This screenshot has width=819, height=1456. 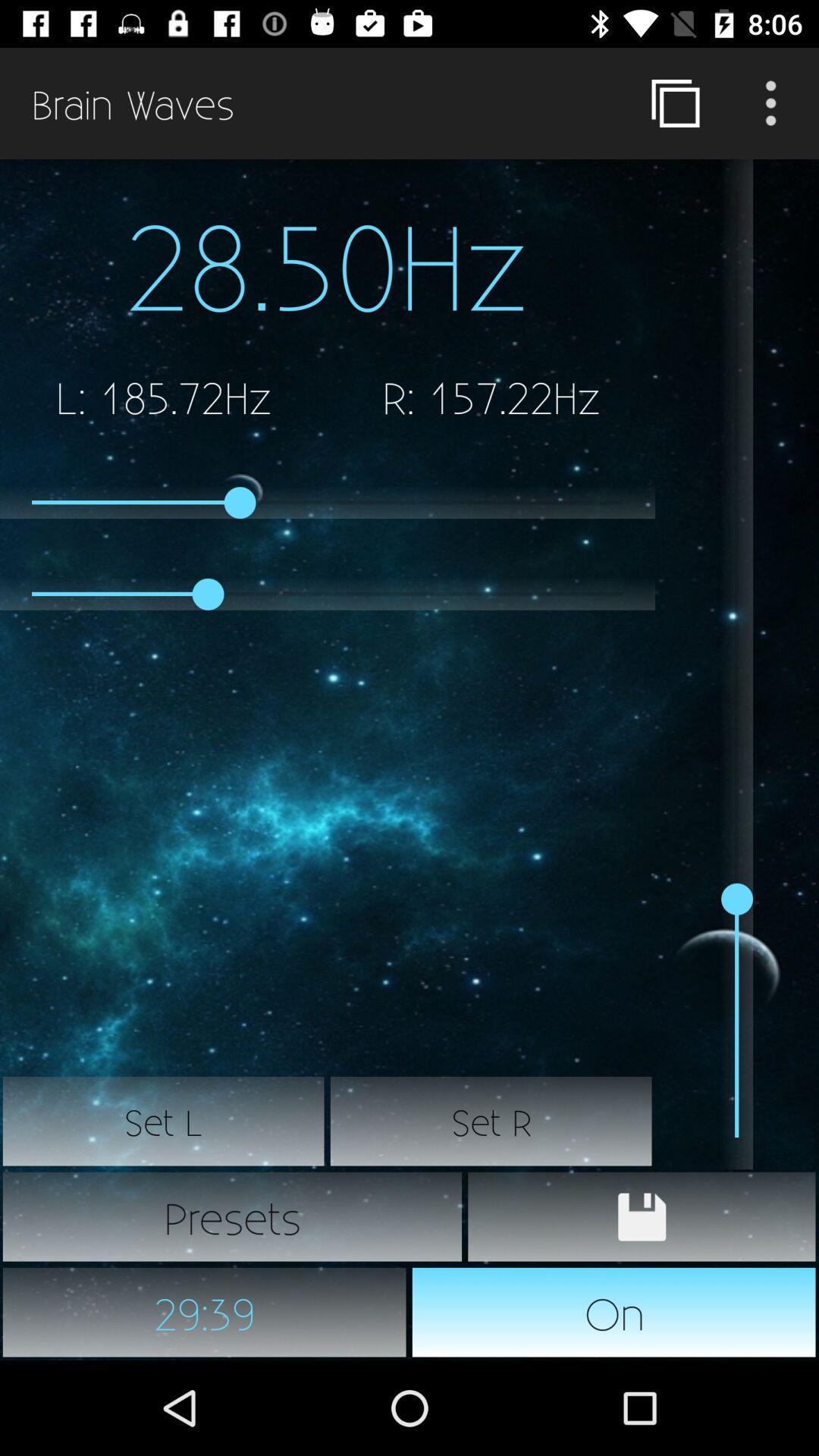 I want to click on the item above the presets item, so click(x=491, y=1121).